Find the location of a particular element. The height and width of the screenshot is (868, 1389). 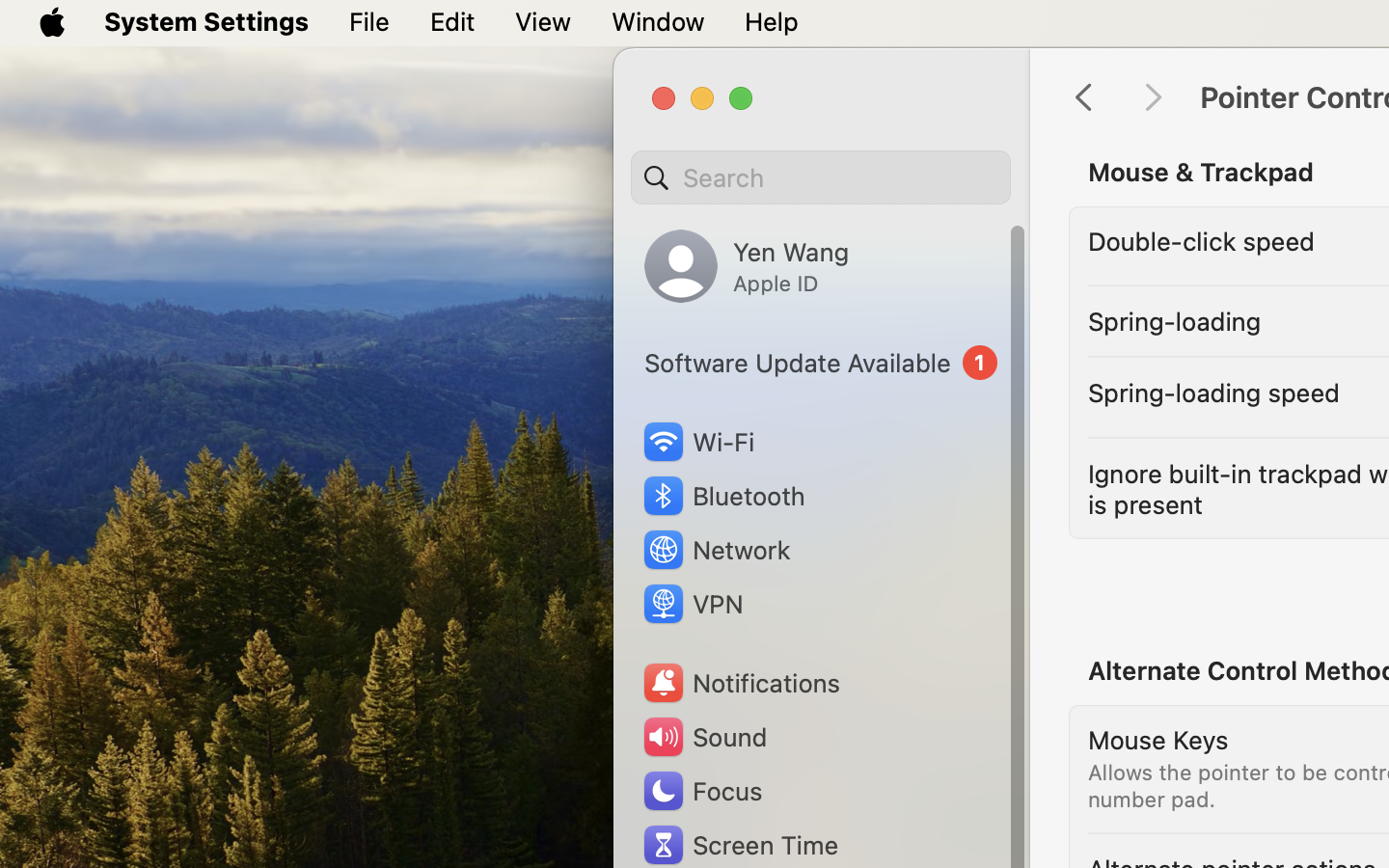

'VPN' is located at coordinates (691, 604).